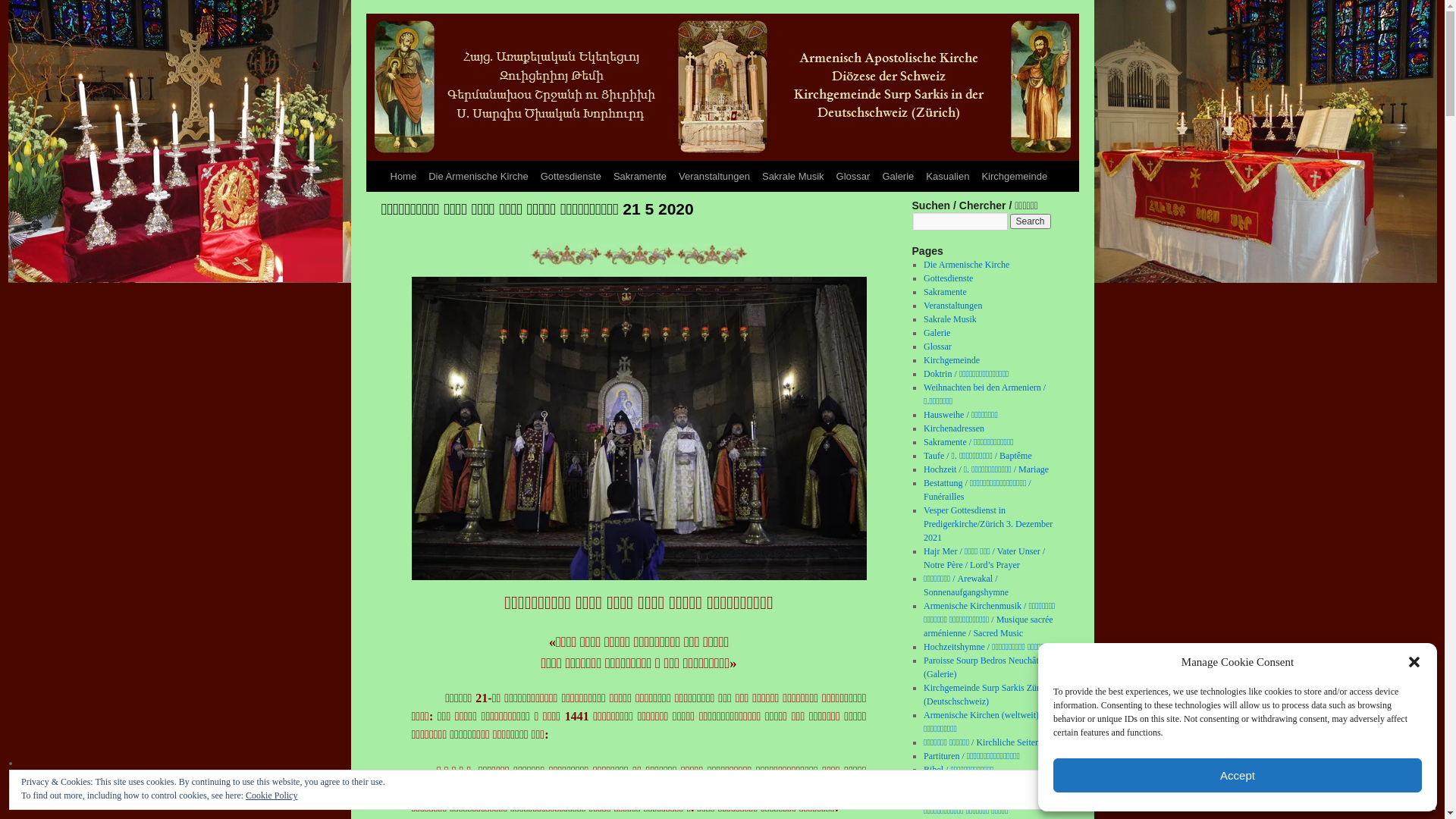 The width and height of the screenshot is (1456, 819). I want to click on 'Galerie', so click(876, 175).